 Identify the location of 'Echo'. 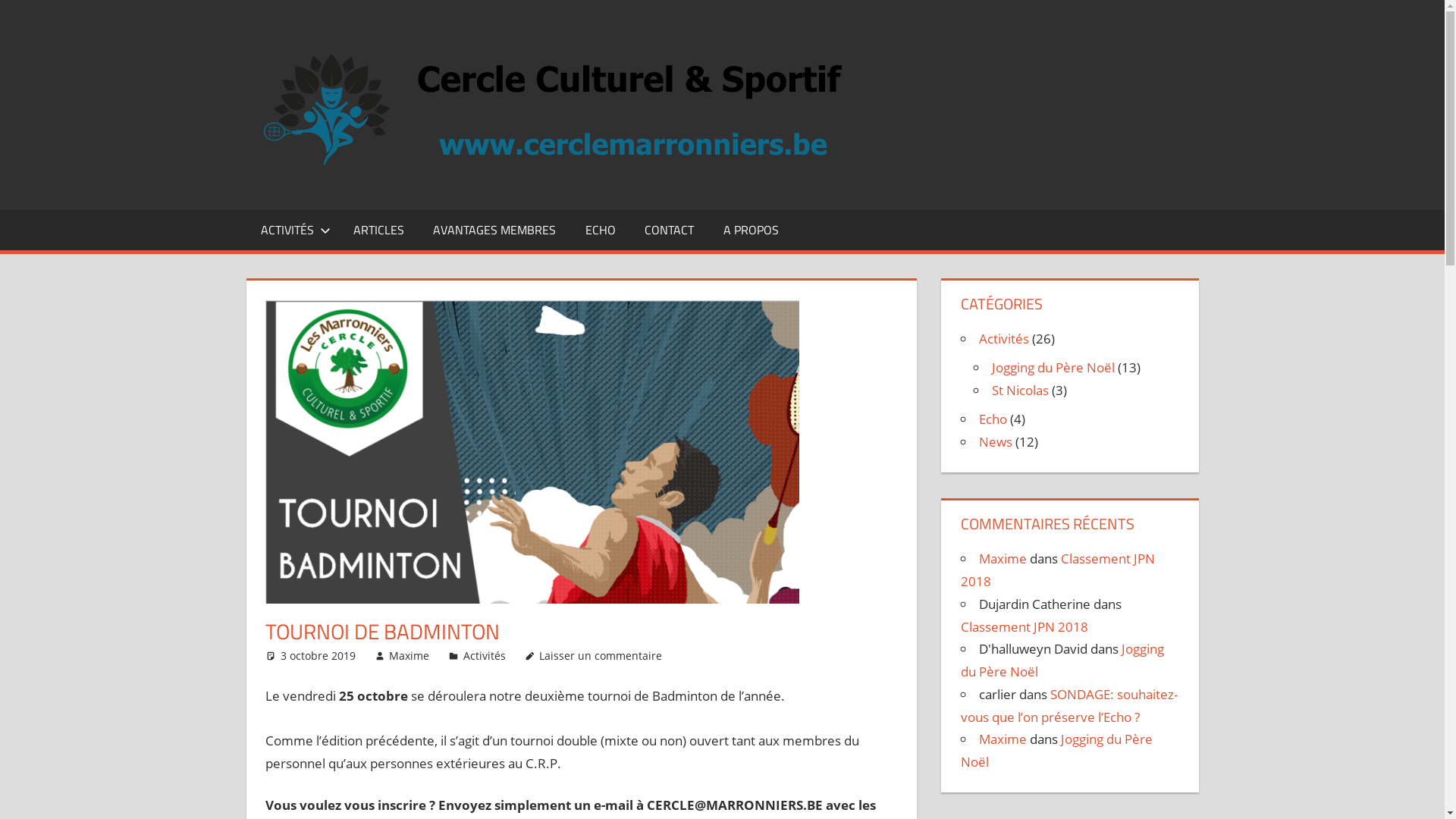
(993, 419).